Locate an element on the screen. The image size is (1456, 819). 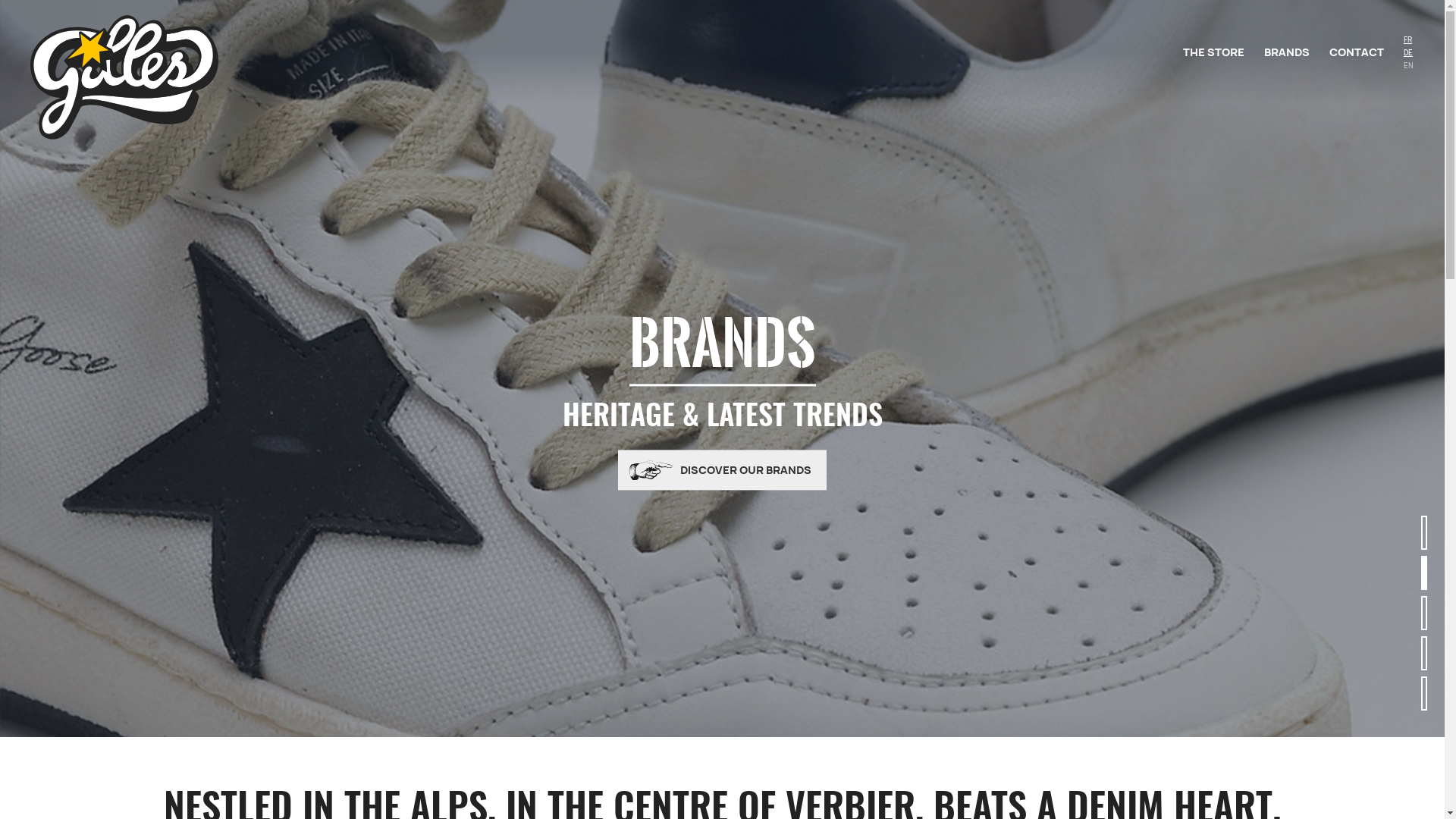
'FR' is located at coordinates (1403, 39).